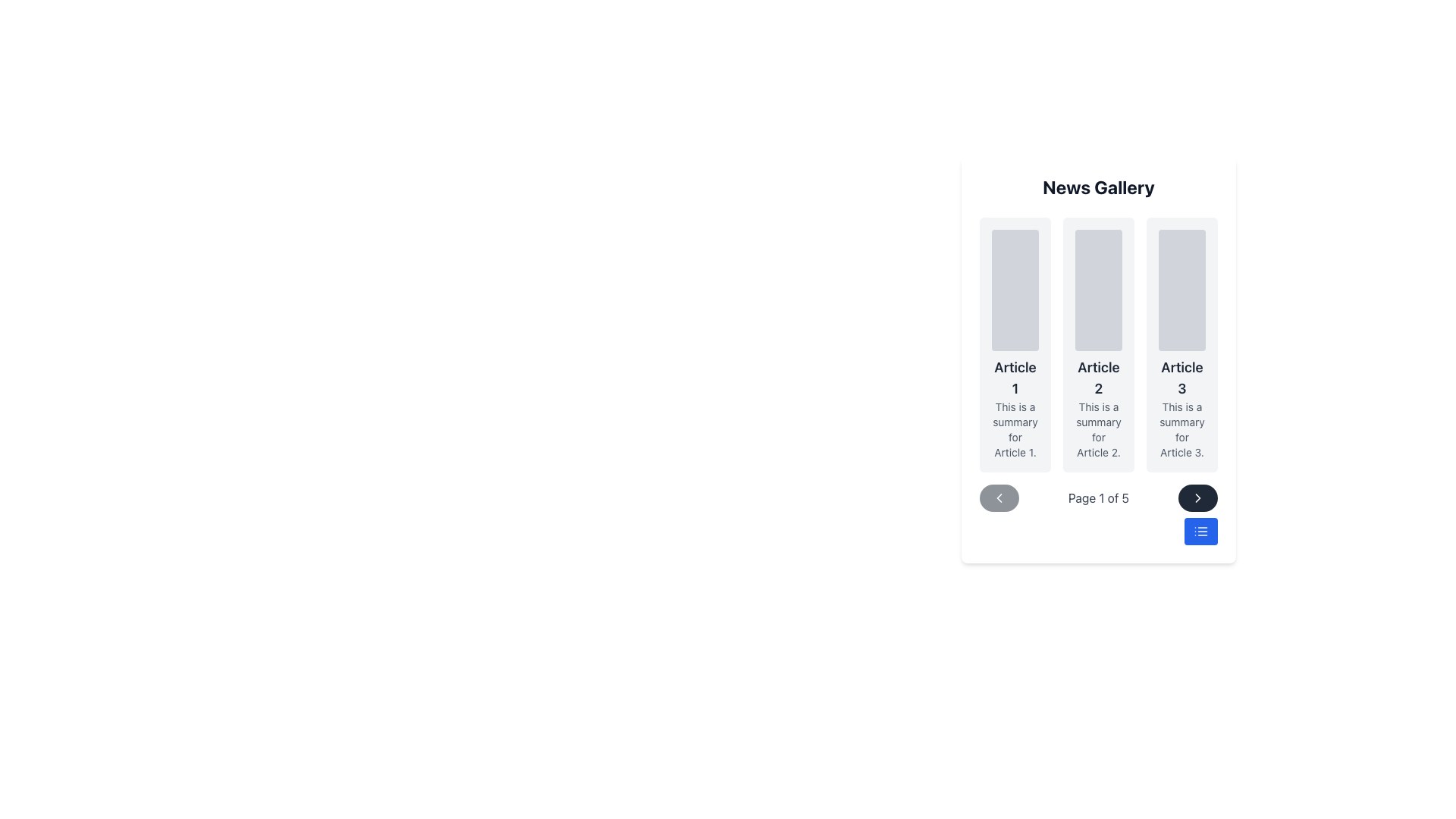 The height and width of the screenshot is (819, 1456). What do you see at coordinates (1015, 430) in the screenshot?
I see `text that provides a brief summary or description for the article titled 'Article 1', located beneath the 'Article 1' label within the first card of a horizontally arranged list of cards` at bounding box center [1015, 430].